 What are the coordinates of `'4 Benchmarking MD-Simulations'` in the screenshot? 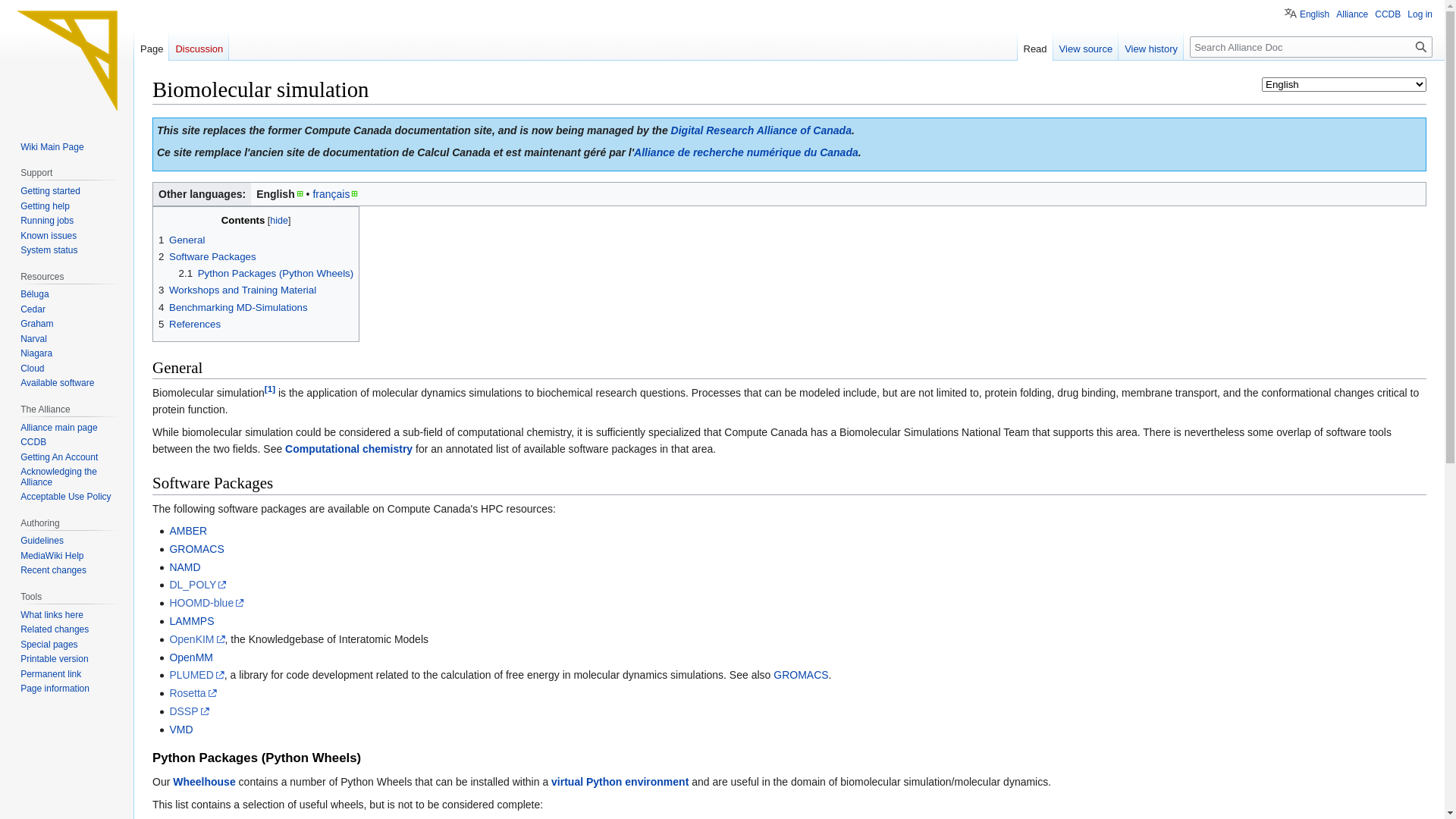 It's located at (232, 307).